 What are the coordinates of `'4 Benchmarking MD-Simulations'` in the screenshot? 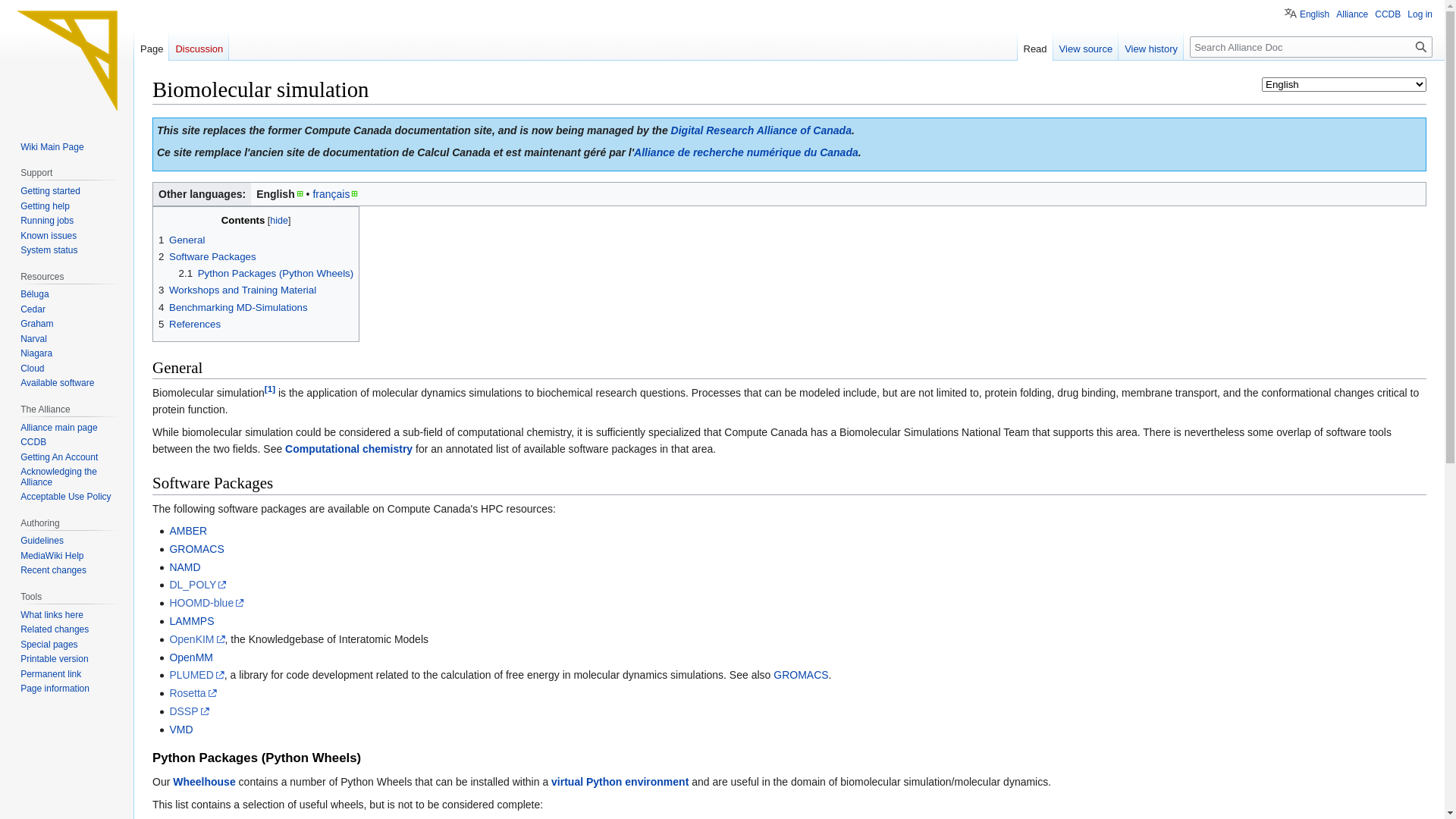 It's located at (232, 307).